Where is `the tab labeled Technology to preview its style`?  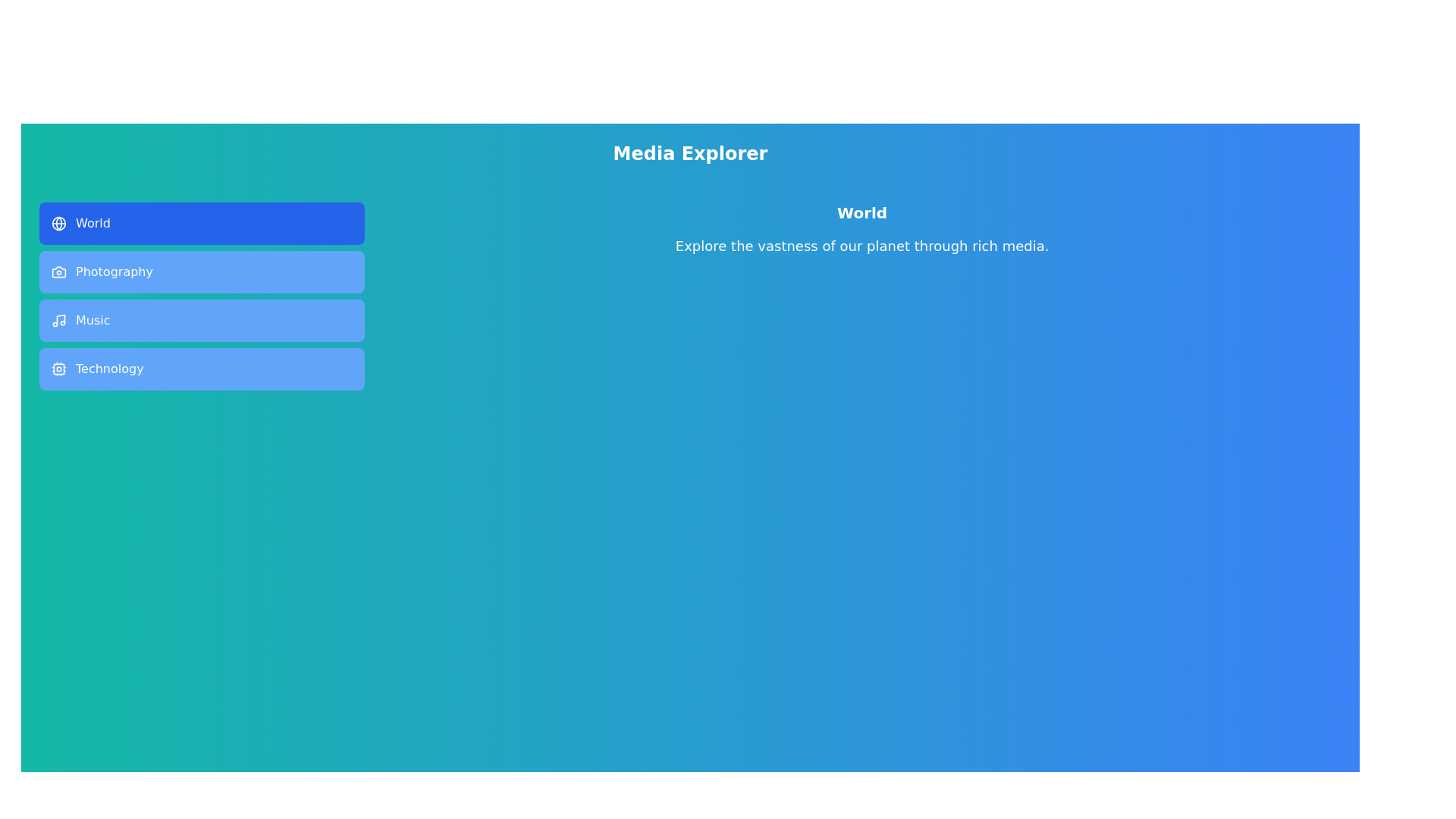 the tab labeled Technology to preview its style is located at coordinates (201, 369).